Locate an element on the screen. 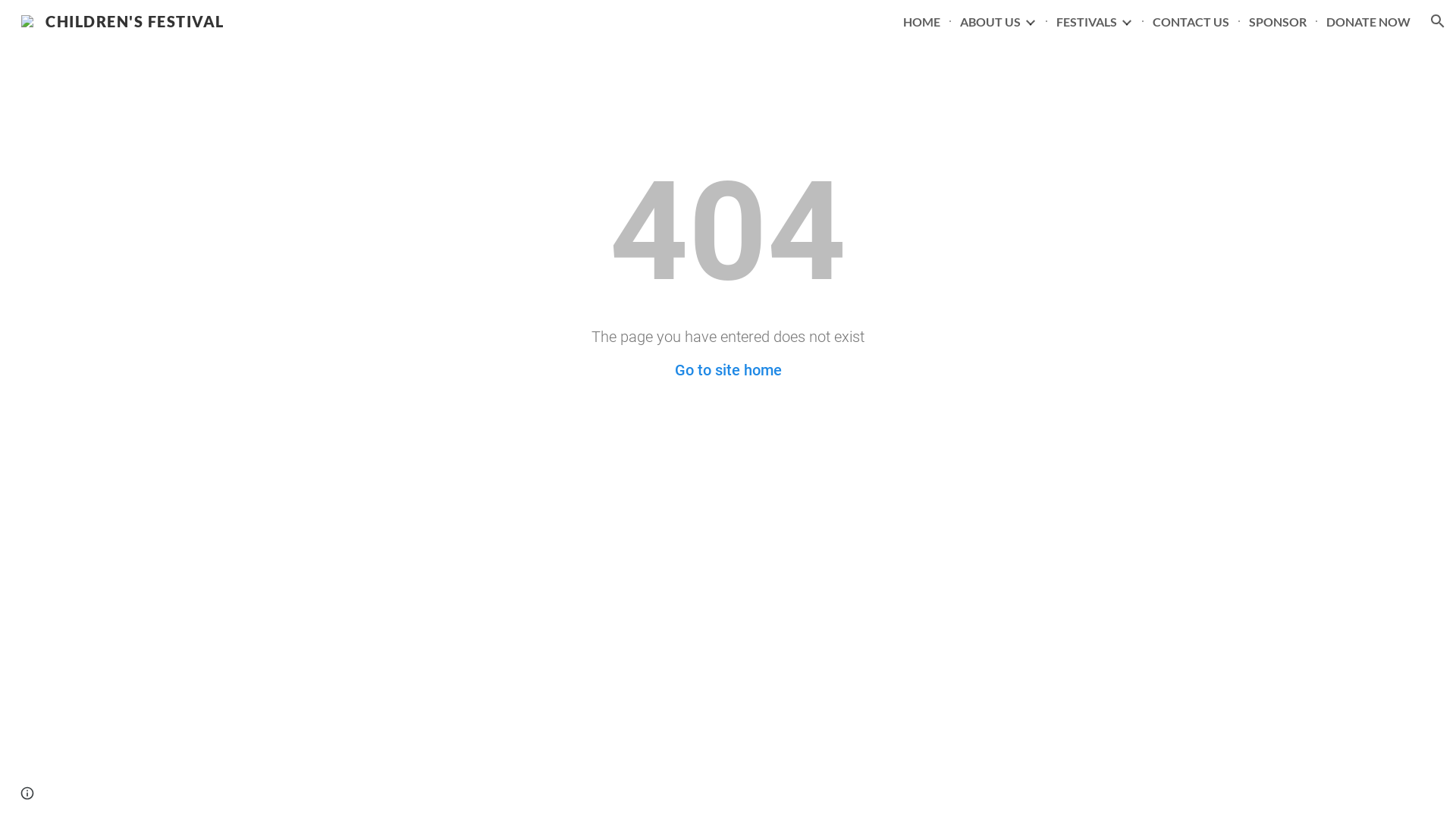 The width and height of the screenshot is (1456, 819). 'Expand/Collapse' is located at coordinates (1119, 20).